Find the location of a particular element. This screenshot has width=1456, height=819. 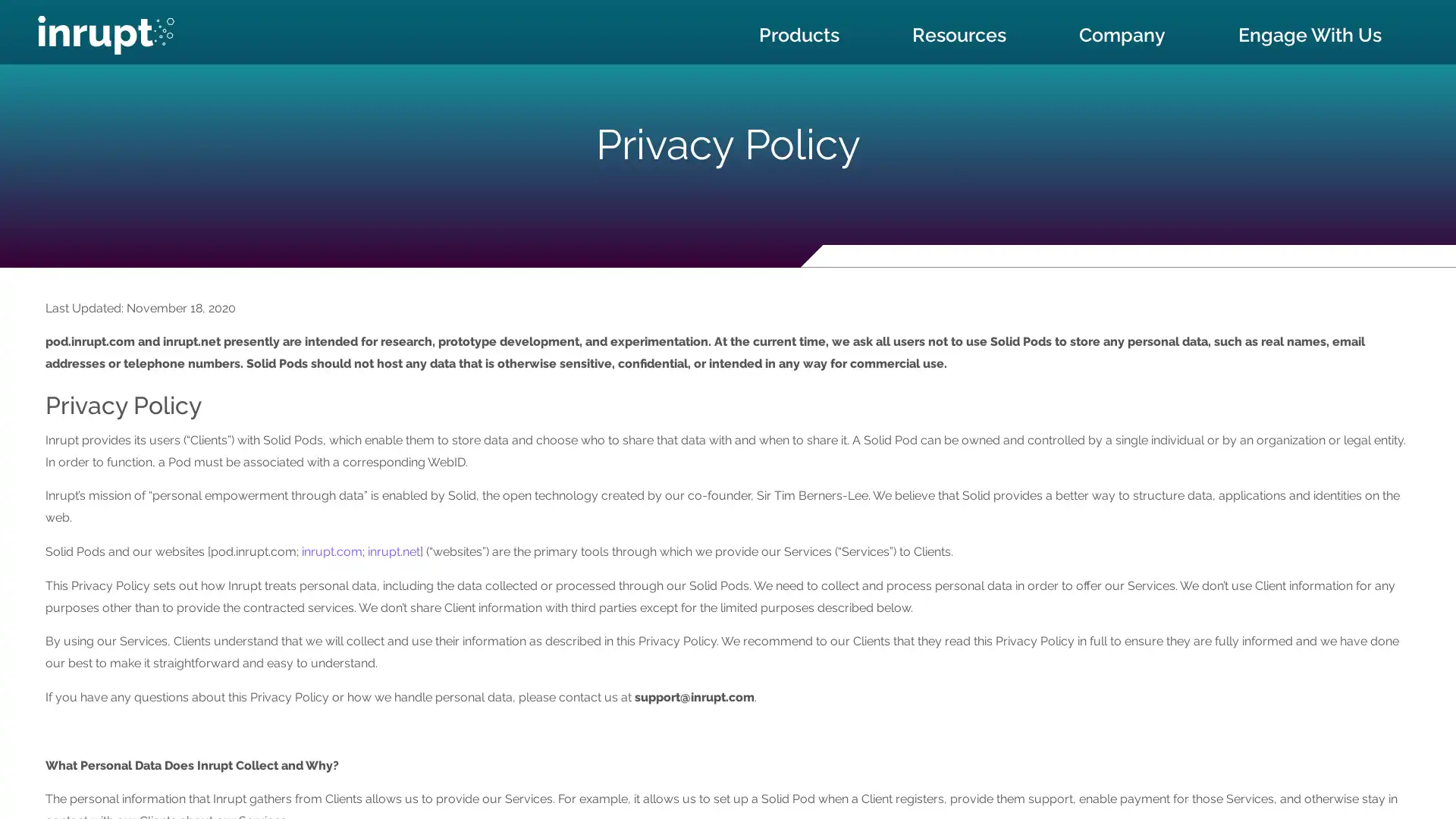

Engage With Us is located at coordinates (1309, 34).